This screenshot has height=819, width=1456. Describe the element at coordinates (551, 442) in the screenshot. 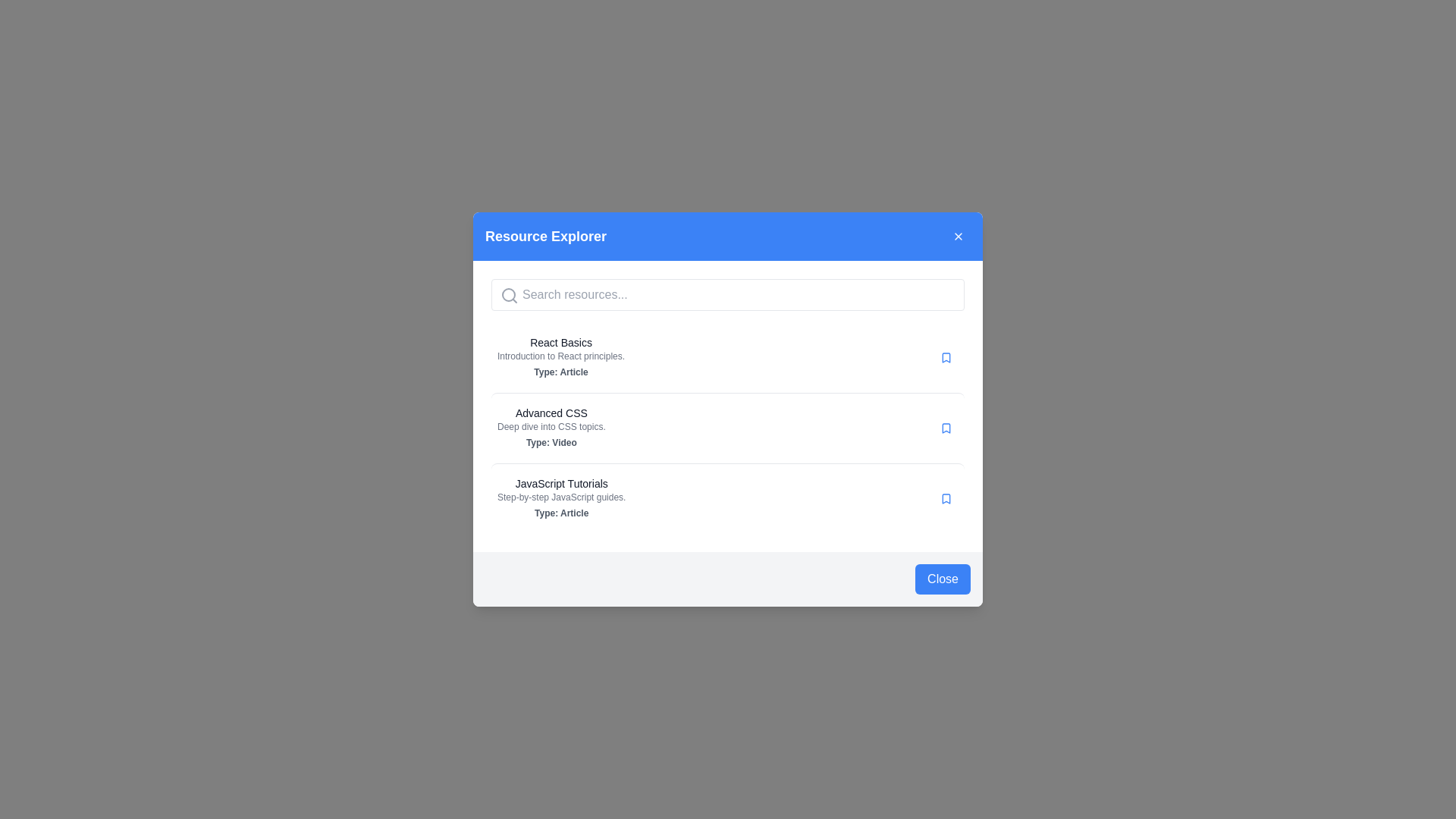

I see `the Text label that displays 'Type: Video' indicating the format of the resource titled 'Advanced CSS', located below the subtitle 'Deep dive into CSS topics'` at that location.